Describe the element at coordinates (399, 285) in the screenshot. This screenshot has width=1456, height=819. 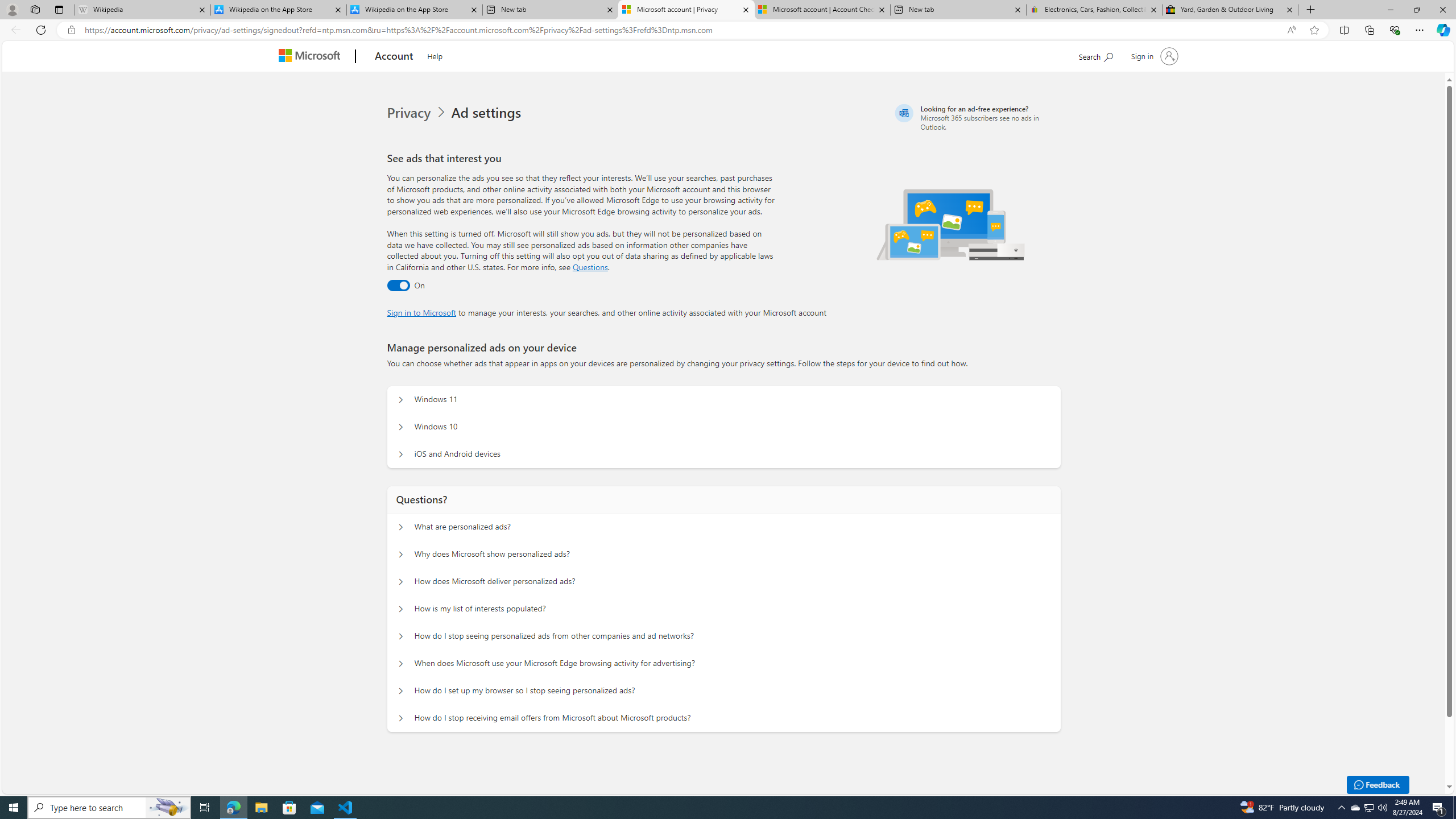
I see `'Ad settings toggle'` at that location.